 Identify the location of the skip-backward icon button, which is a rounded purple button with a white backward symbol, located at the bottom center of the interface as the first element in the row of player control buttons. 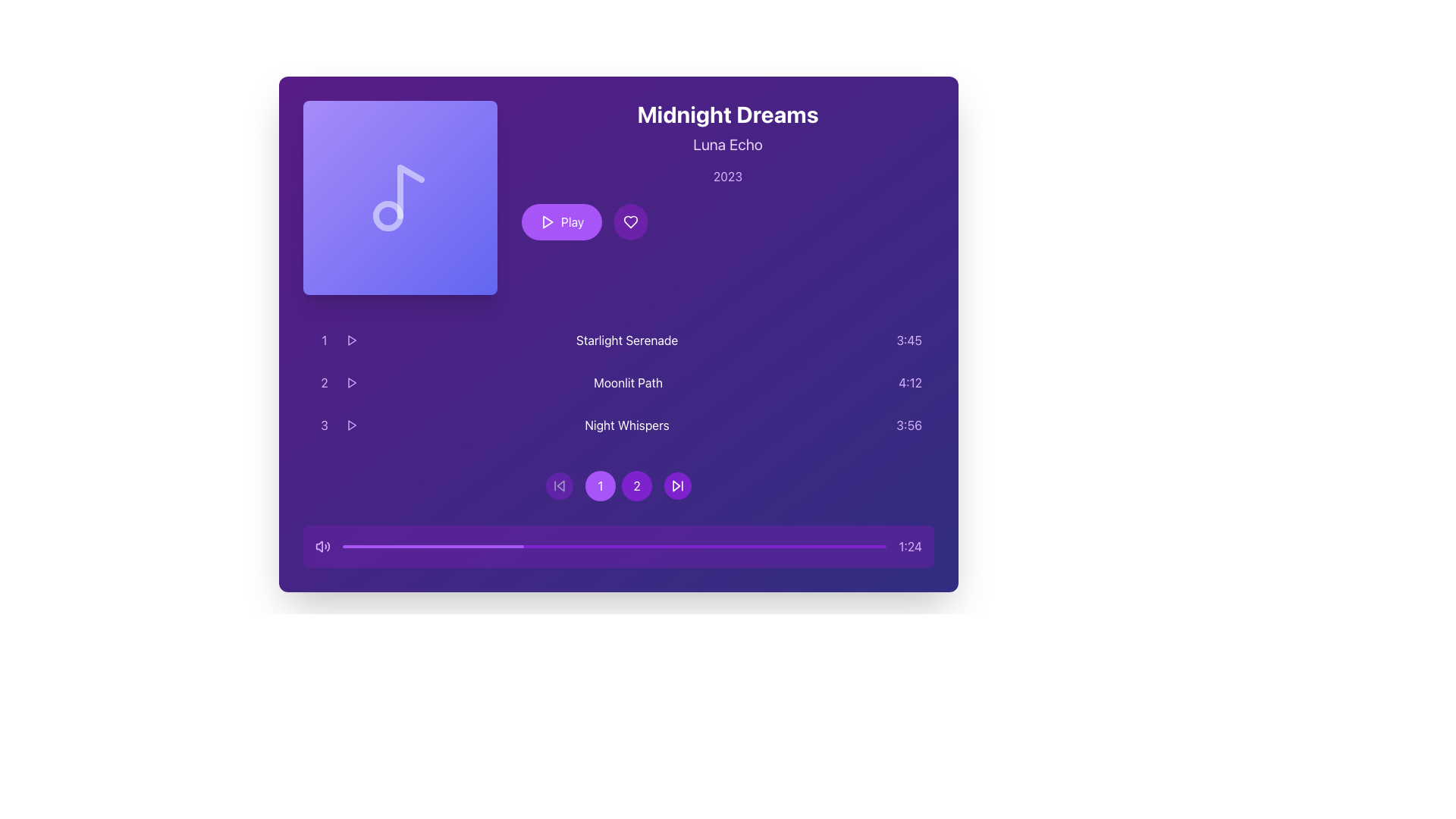
(559, 485).